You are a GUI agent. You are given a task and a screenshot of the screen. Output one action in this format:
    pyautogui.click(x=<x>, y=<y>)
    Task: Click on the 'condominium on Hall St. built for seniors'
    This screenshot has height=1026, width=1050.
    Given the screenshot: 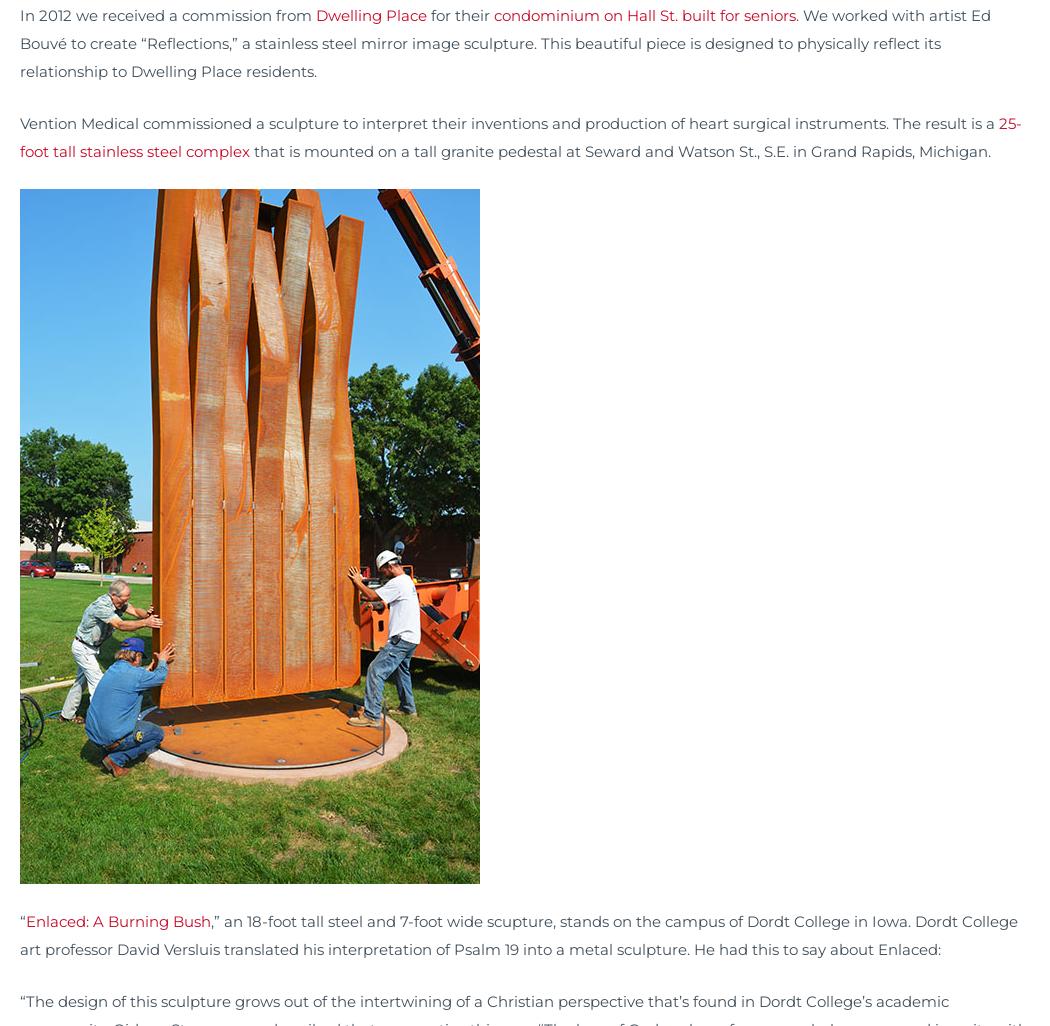 What is the action you would take?
    pyautogui.click(x=493, y=15)
    